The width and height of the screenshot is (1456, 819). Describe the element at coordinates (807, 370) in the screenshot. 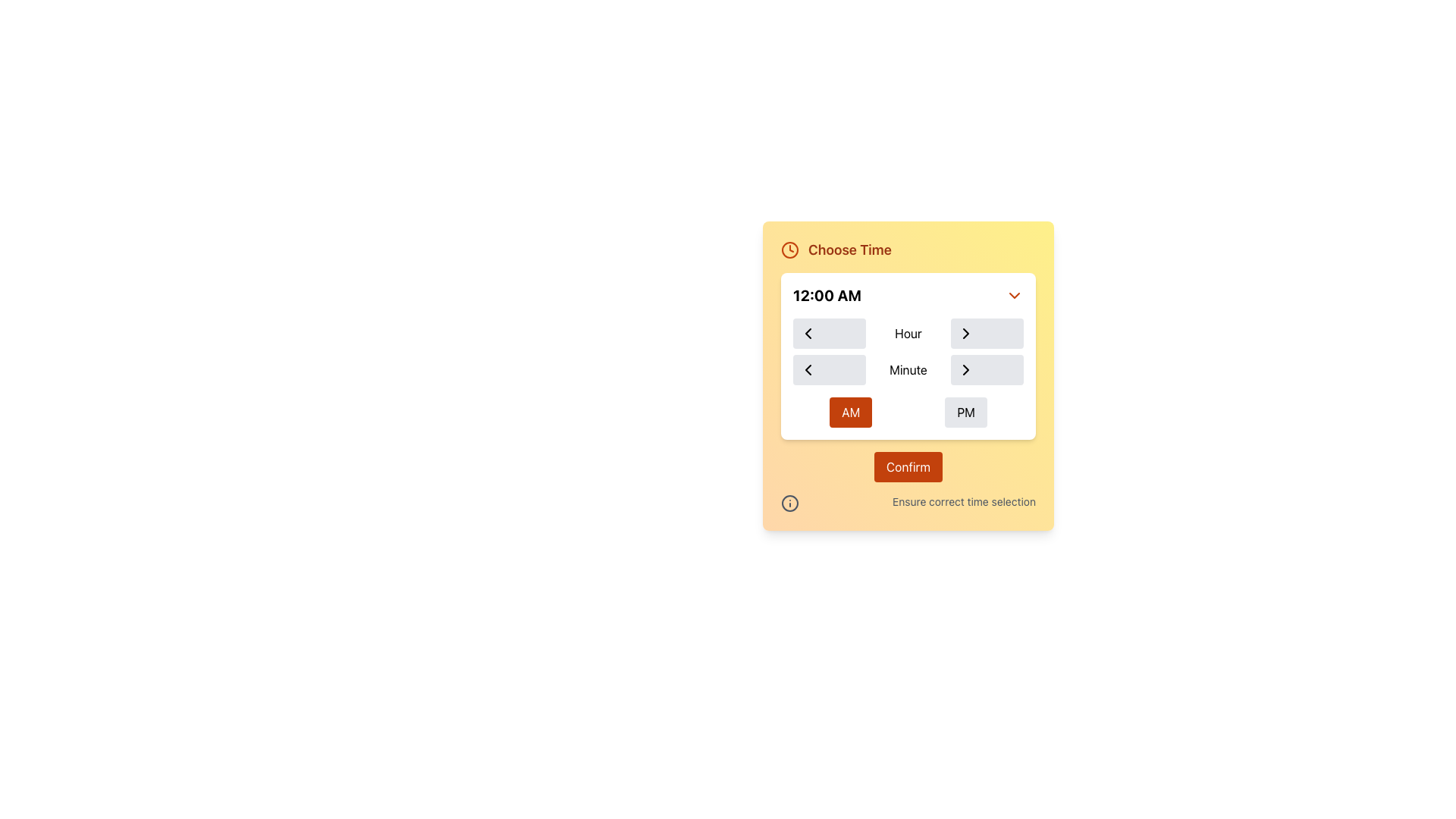

I see `the decrement icon, which is represented by a left-pointing arrow located under the central time display, to decrease the 'Minutes' value` at that location.